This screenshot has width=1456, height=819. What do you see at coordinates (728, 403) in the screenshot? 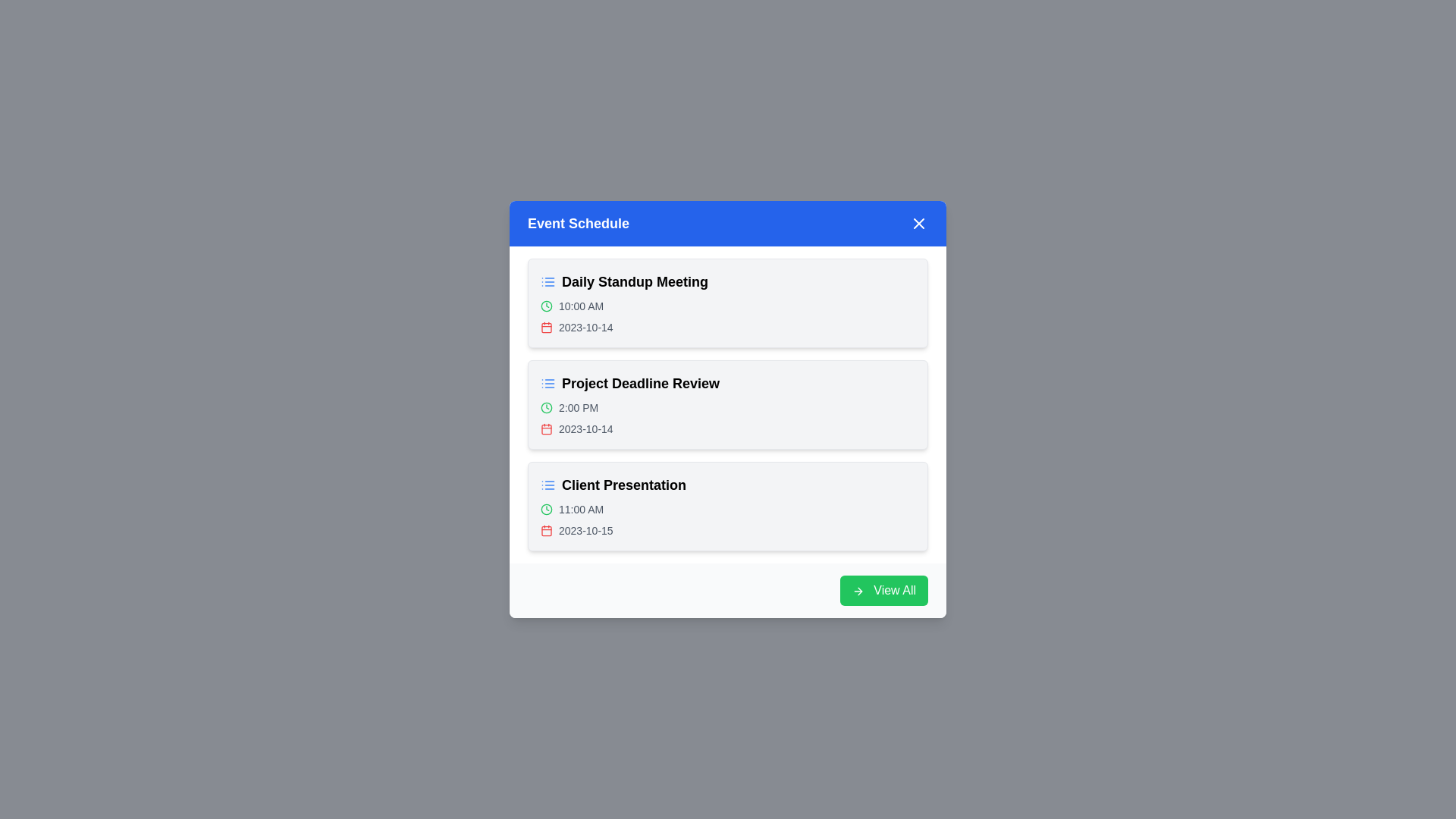
I see `the Schedule item displaying 'Project Deadline Review' which is located between 'Daily Standup Meeting' and 'Client Presentation'` at bounding box center [728, 403].